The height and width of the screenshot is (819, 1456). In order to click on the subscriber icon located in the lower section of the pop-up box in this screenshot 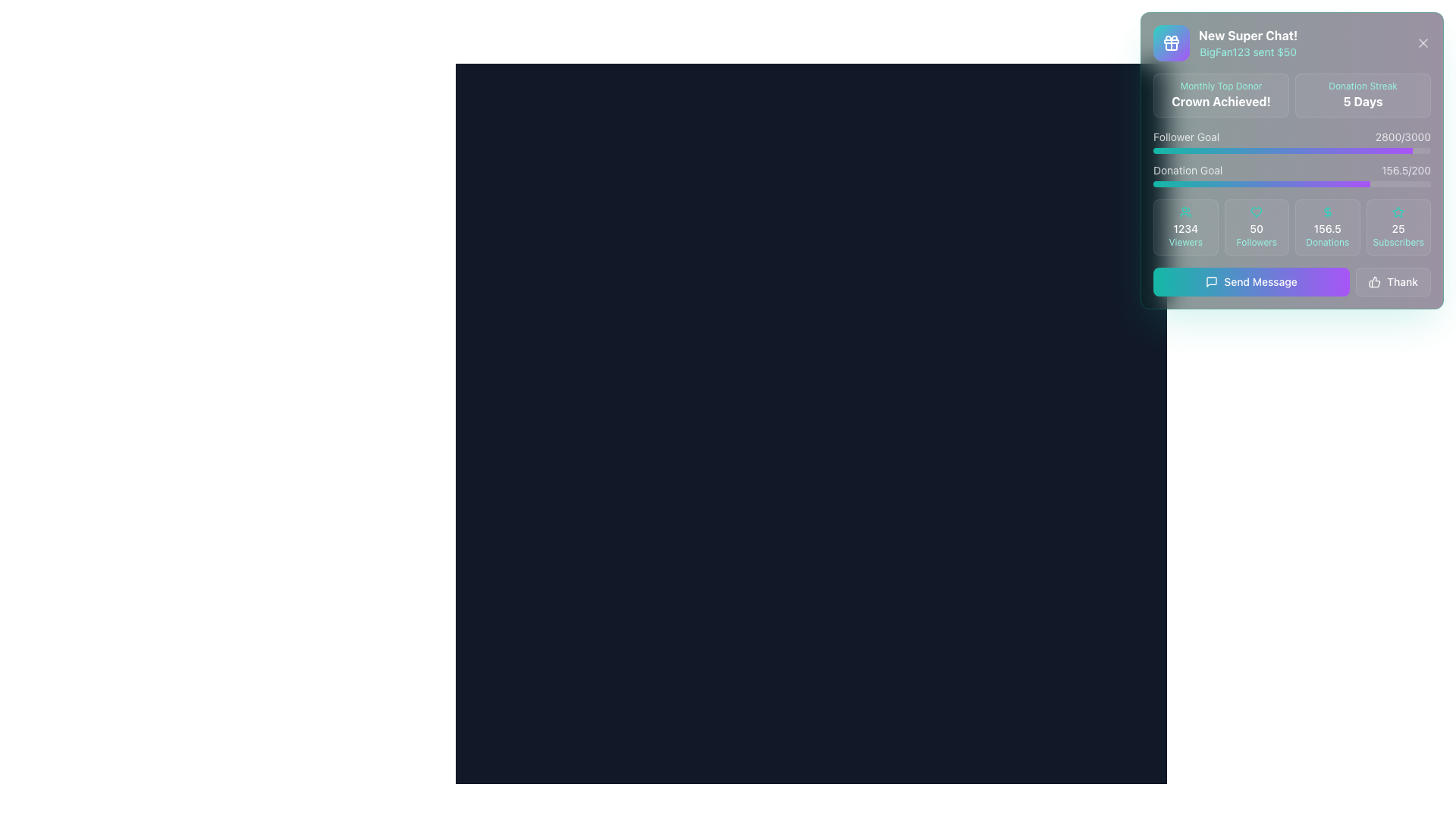, I will do `click(1397, 211)`.